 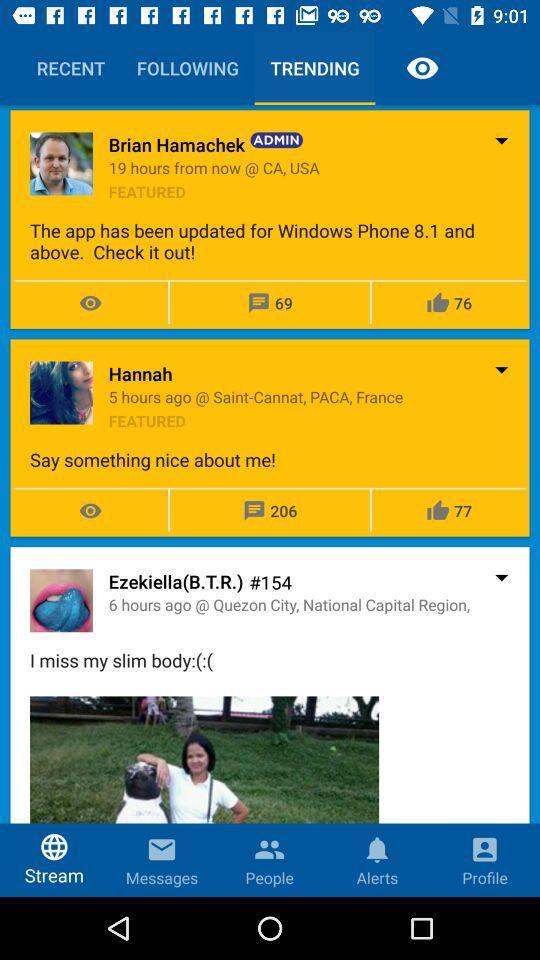 What do you see at coordinates (176, 581) in the screenshot?
I see `the icon to the left of the #154 item` at bounding box center [176, 581].